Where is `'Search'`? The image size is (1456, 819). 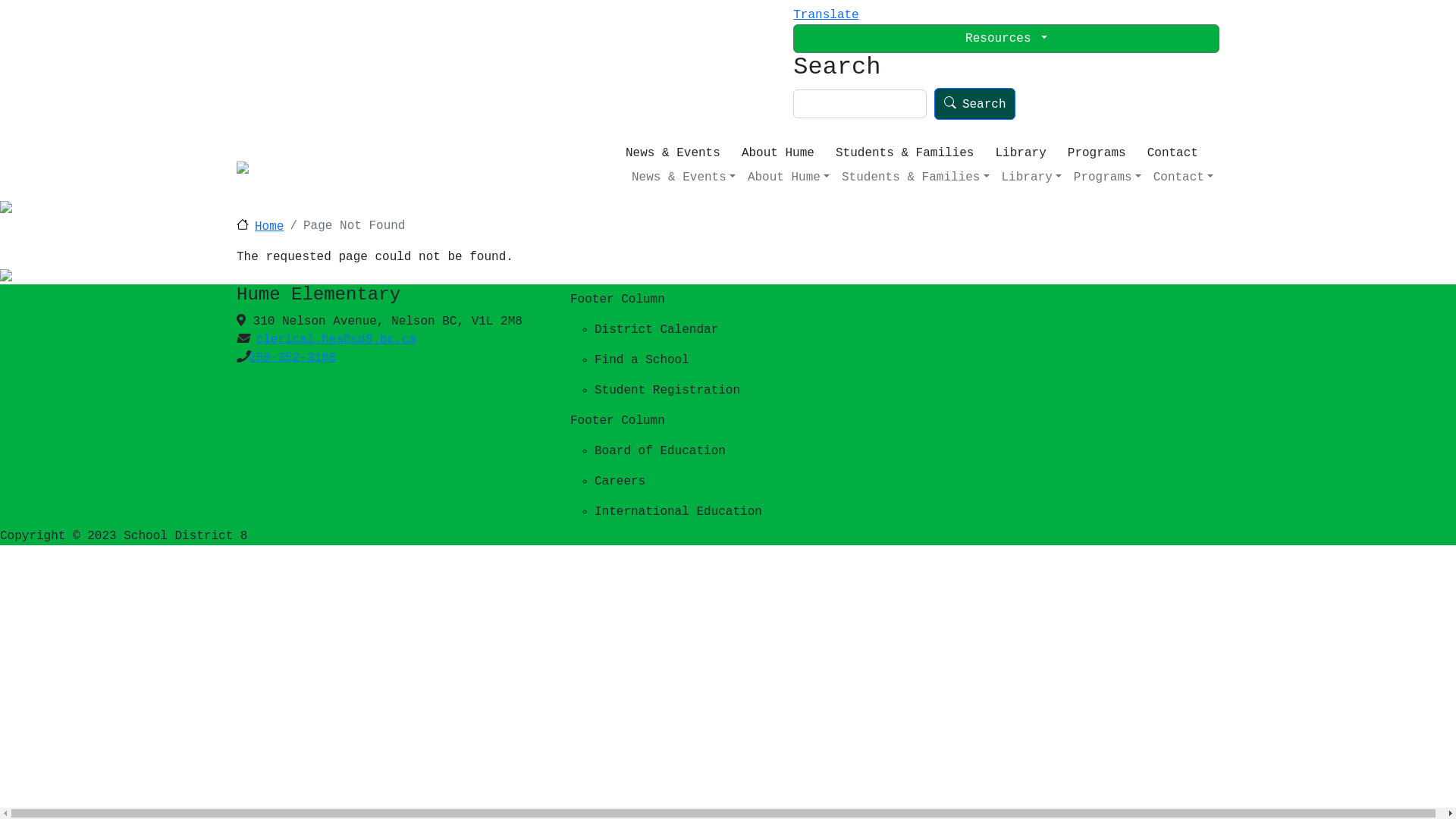 'Search' is located at coordinates (975, 102).